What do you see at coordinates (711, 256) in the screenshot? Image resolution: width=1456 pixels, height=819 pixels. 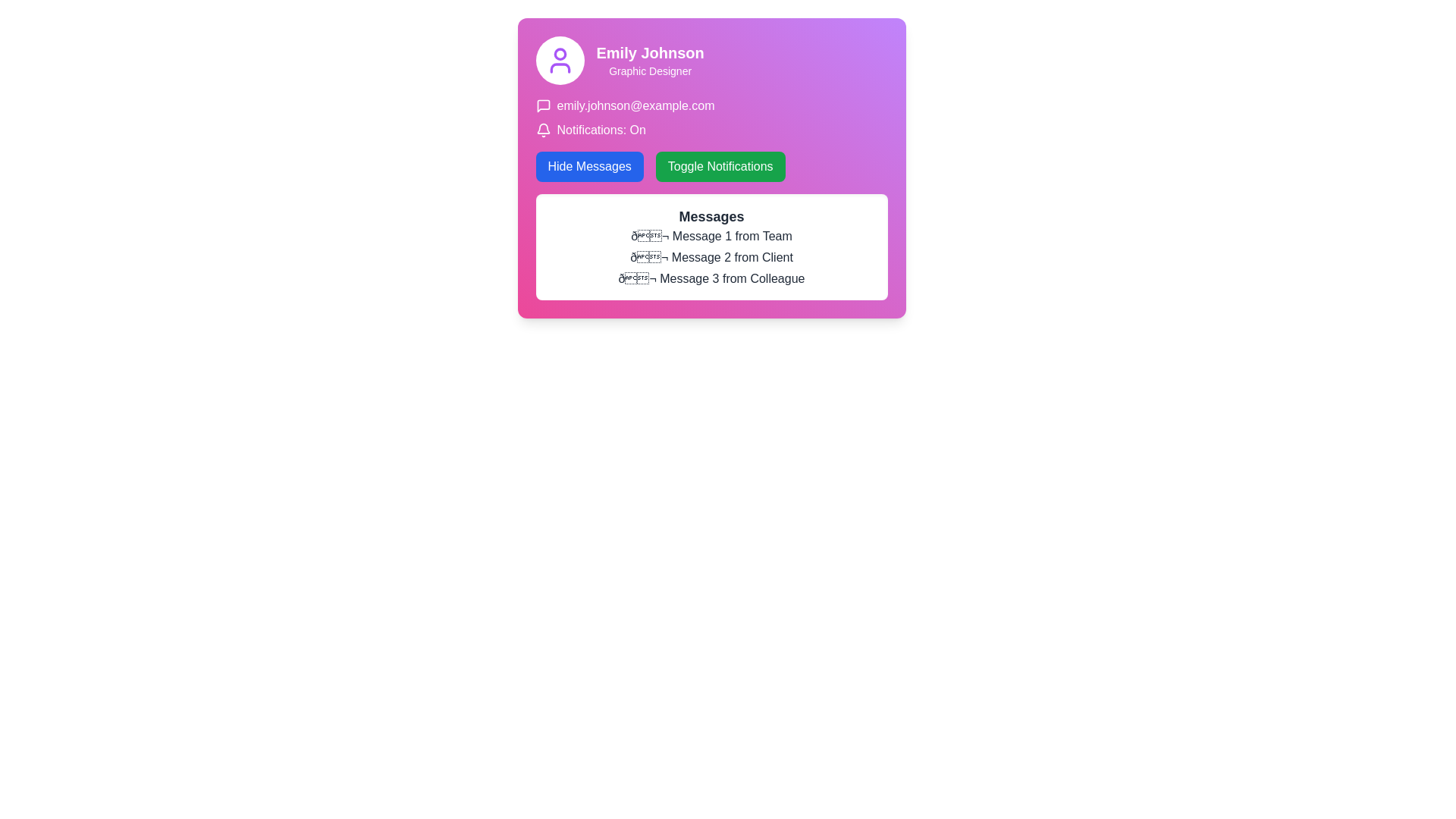 I see `the content of the messages displayed in the text section titled 'Messages', which includes multiple lines of text with envelope emojis` at bounding box center [711, 256].